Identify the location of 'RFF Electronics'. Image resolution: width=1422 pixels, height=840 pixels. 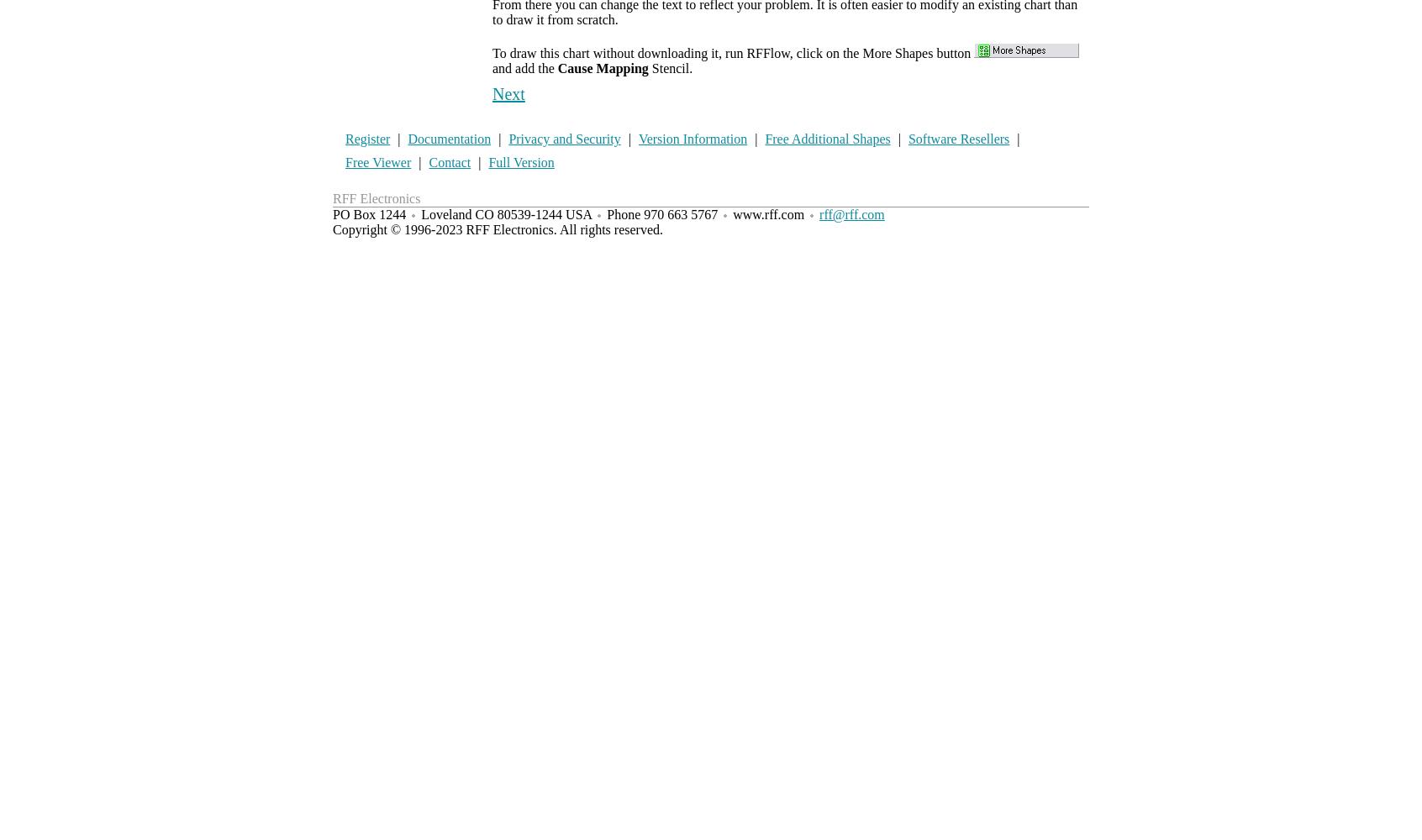
(376, 197).